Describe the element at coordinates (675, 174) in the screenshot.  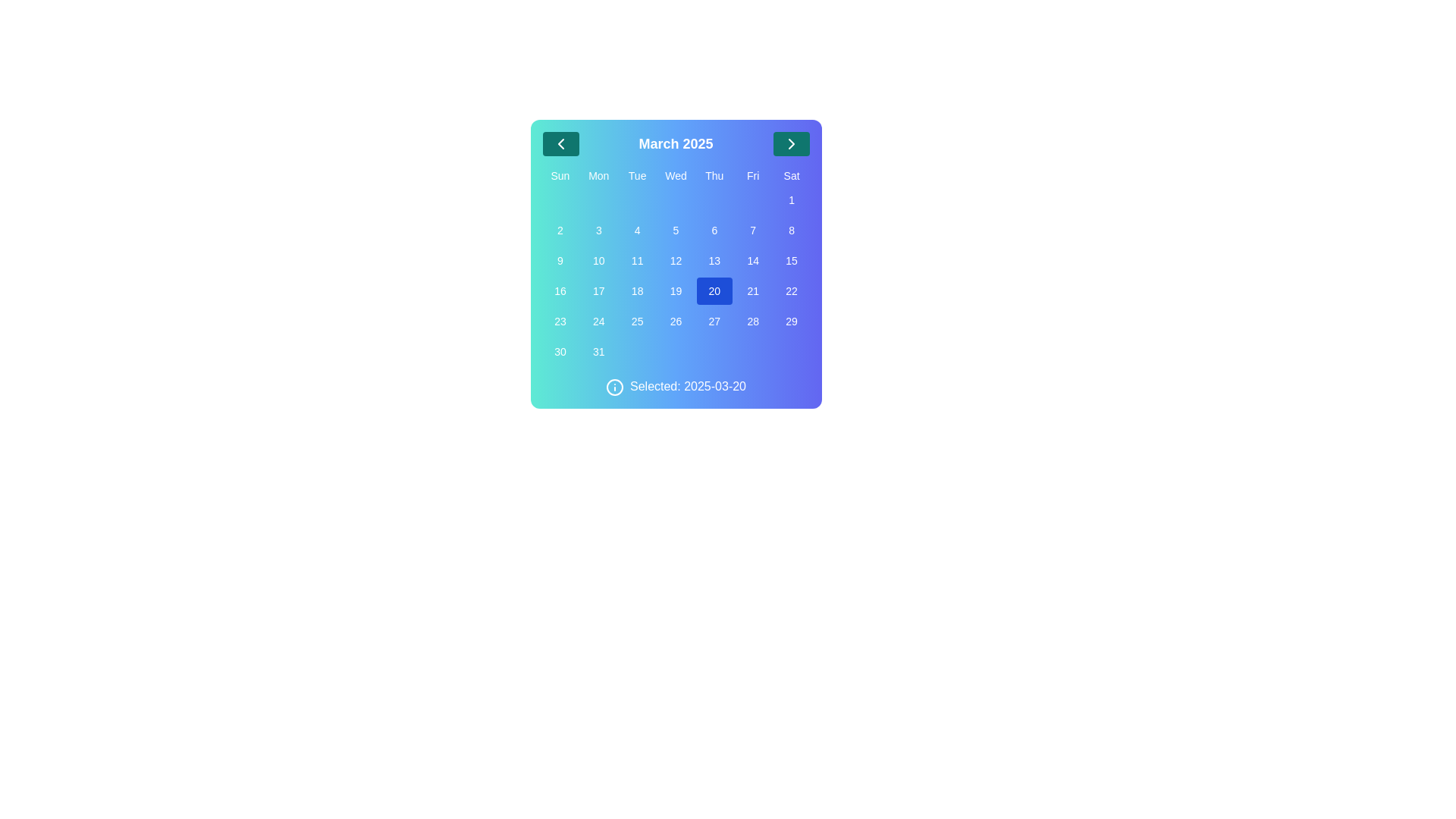
I see `the Static Label displaying 'Wed', located in the fourth column of the calendar header` at that location.